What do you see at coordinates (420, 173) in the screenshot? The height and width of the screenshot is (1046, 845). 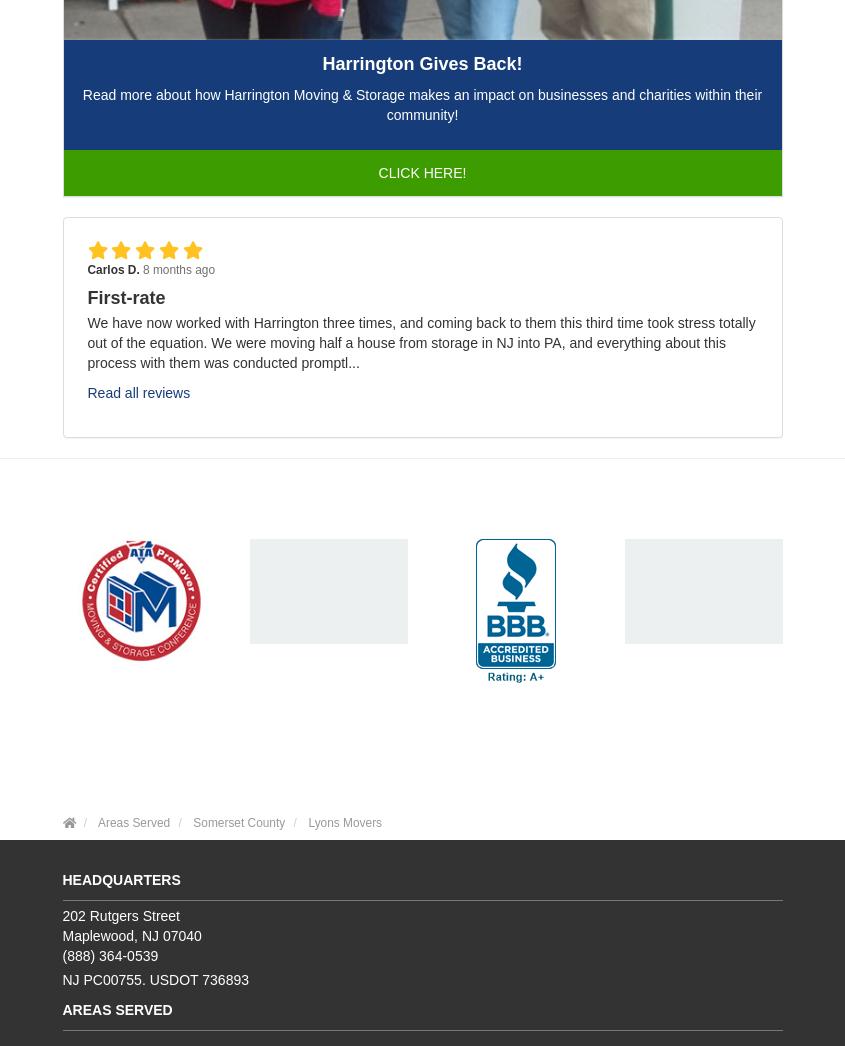 I see `'Click Here!'` at bounding box center [420, 173].